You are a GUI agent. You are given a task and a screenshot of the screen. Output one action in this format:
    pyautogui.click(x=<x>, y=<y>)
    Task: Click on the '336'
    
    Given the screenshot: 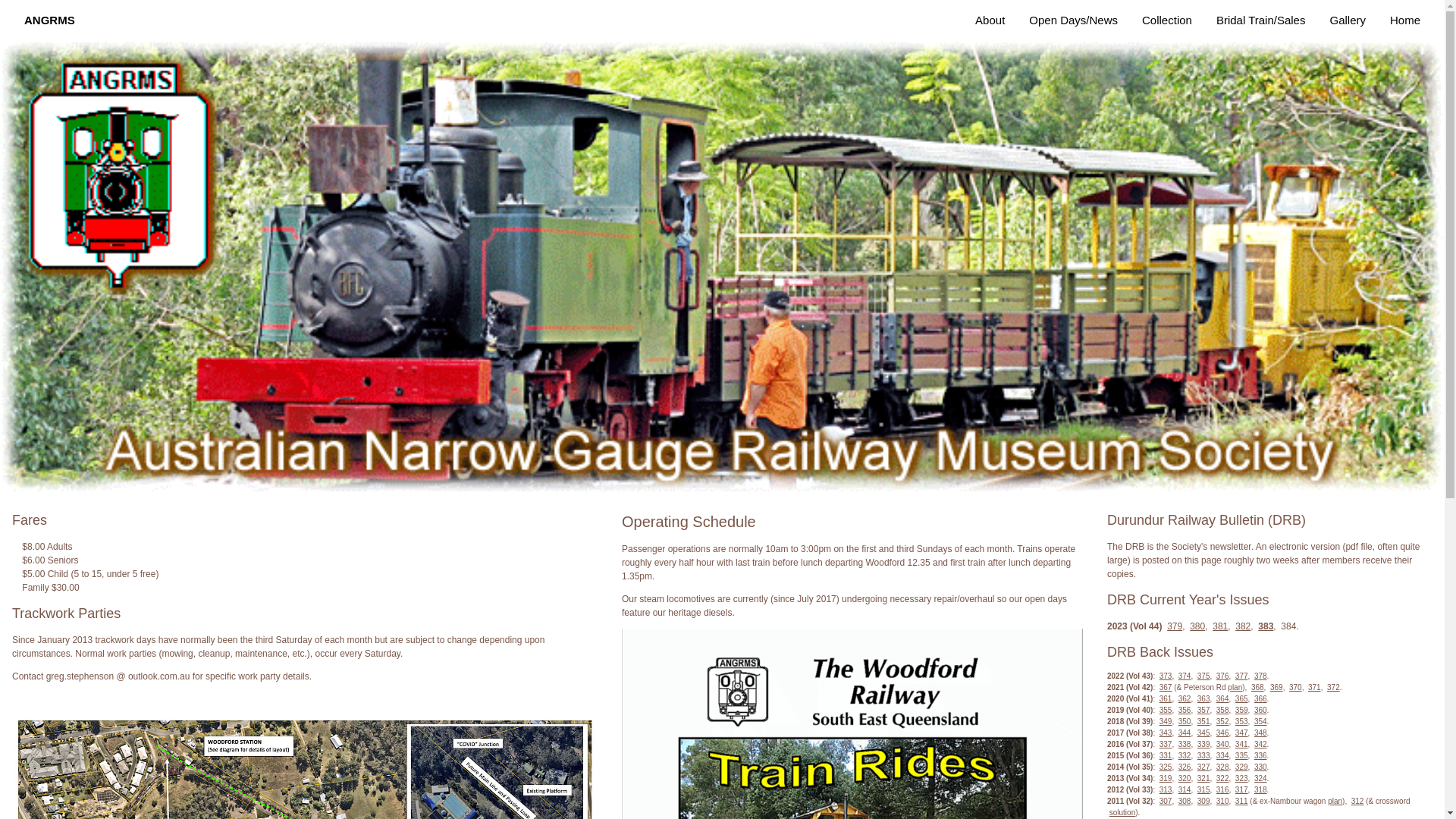 What is the action you would take?
    pyautogui.click(x=1260, y=755)
    